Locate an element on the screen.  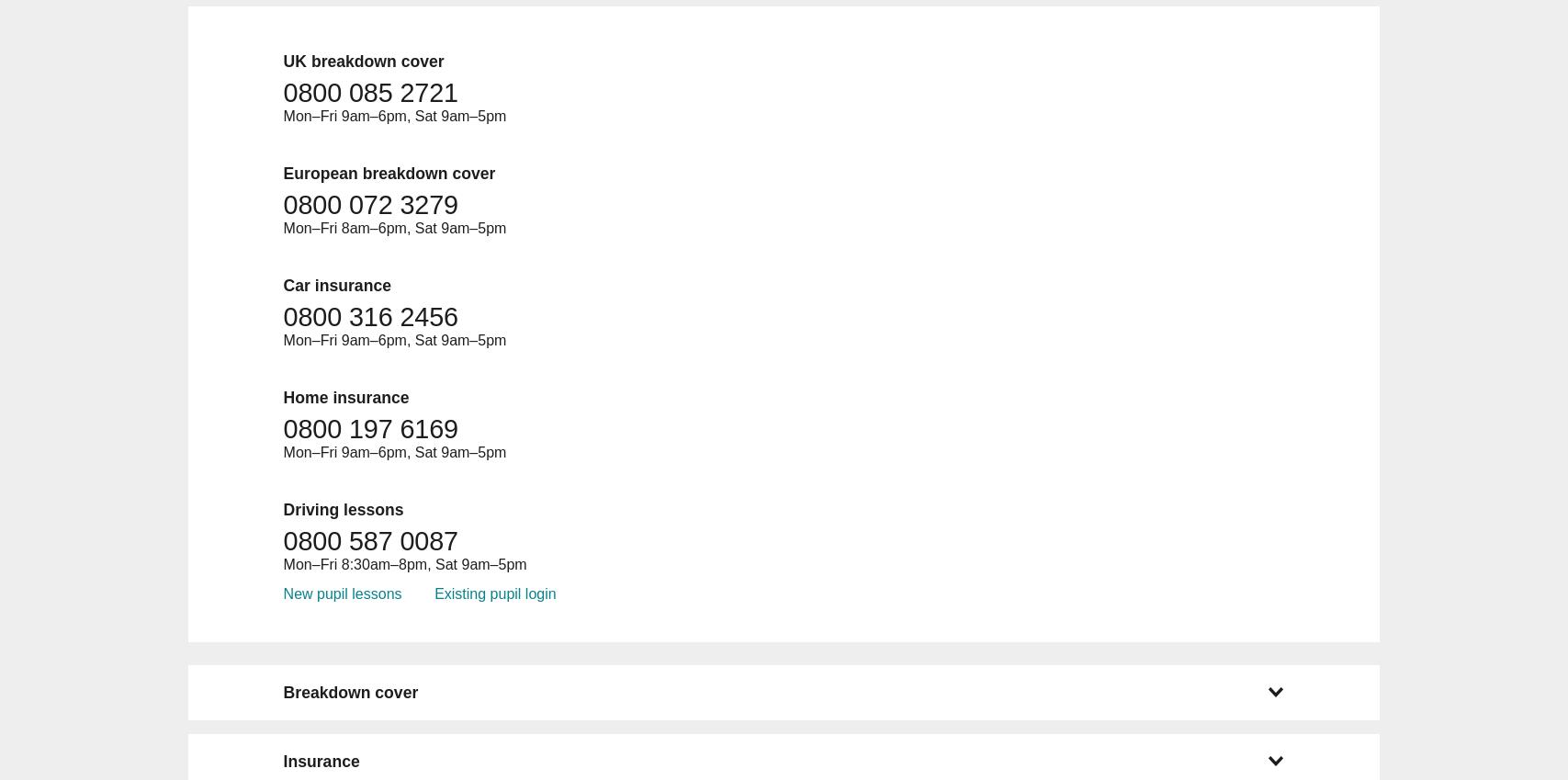
'European breakdown cover' is located at coordinates (389, 172).